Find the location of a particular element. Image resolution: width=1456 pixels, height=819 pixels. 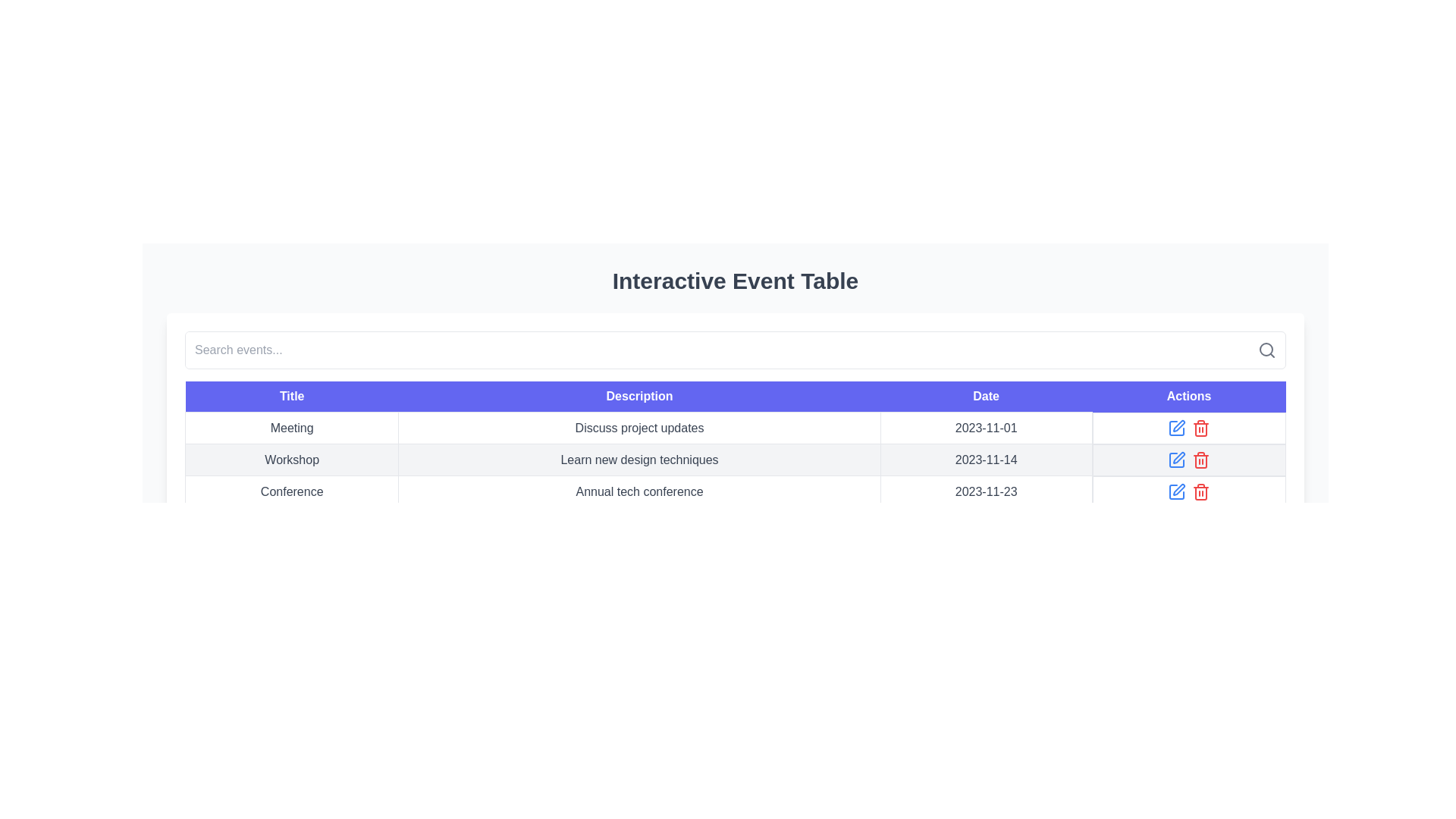

the delete button located is located at coordinates (1200, 428).